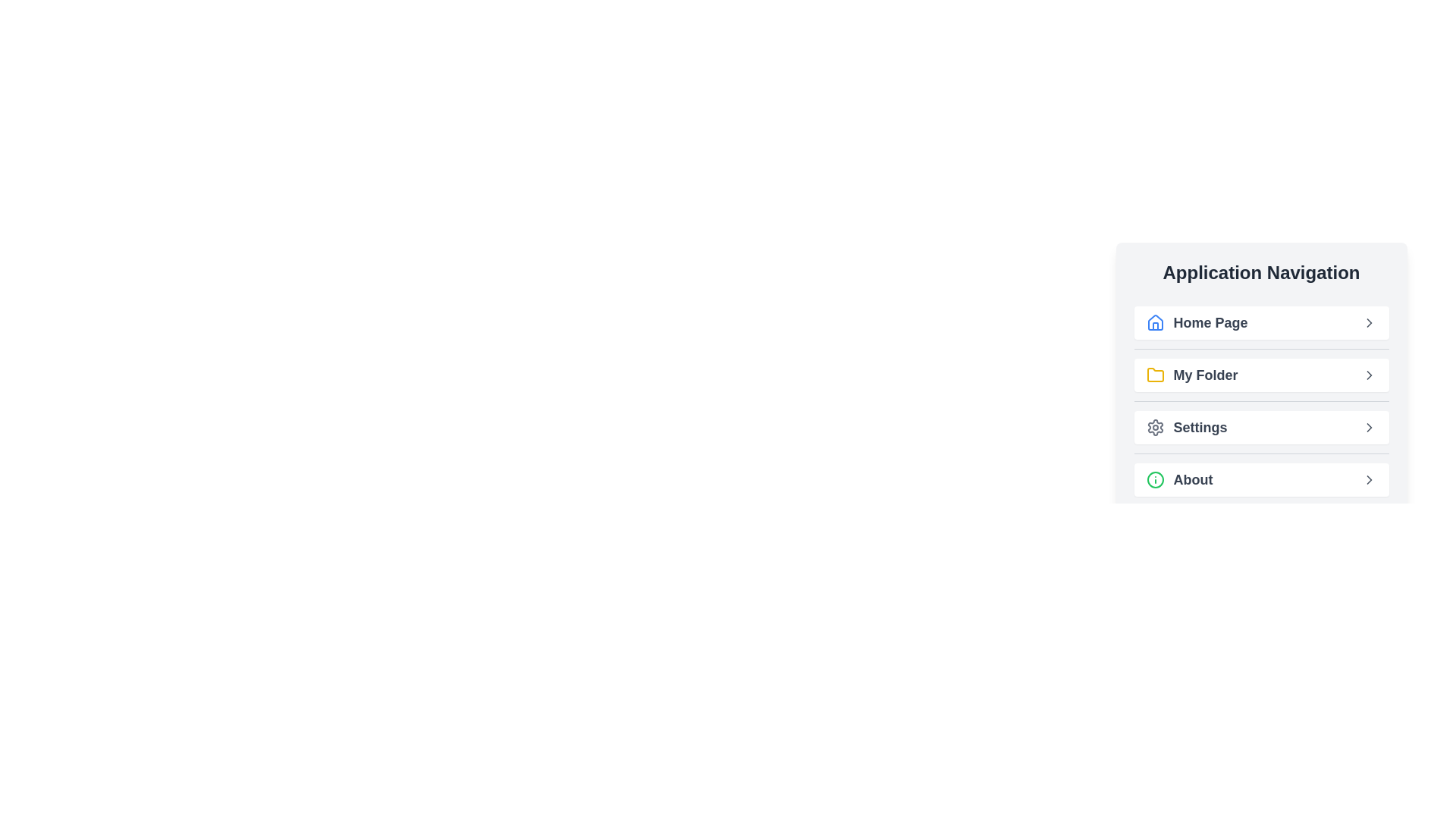 This screenshot has height=819, width=1456. Describe the element at coordinates (1154, 322) in the screenshot. I see `the blue house icon located next to the 'Home Page' text in the 'Application Navigation' section` at that location.